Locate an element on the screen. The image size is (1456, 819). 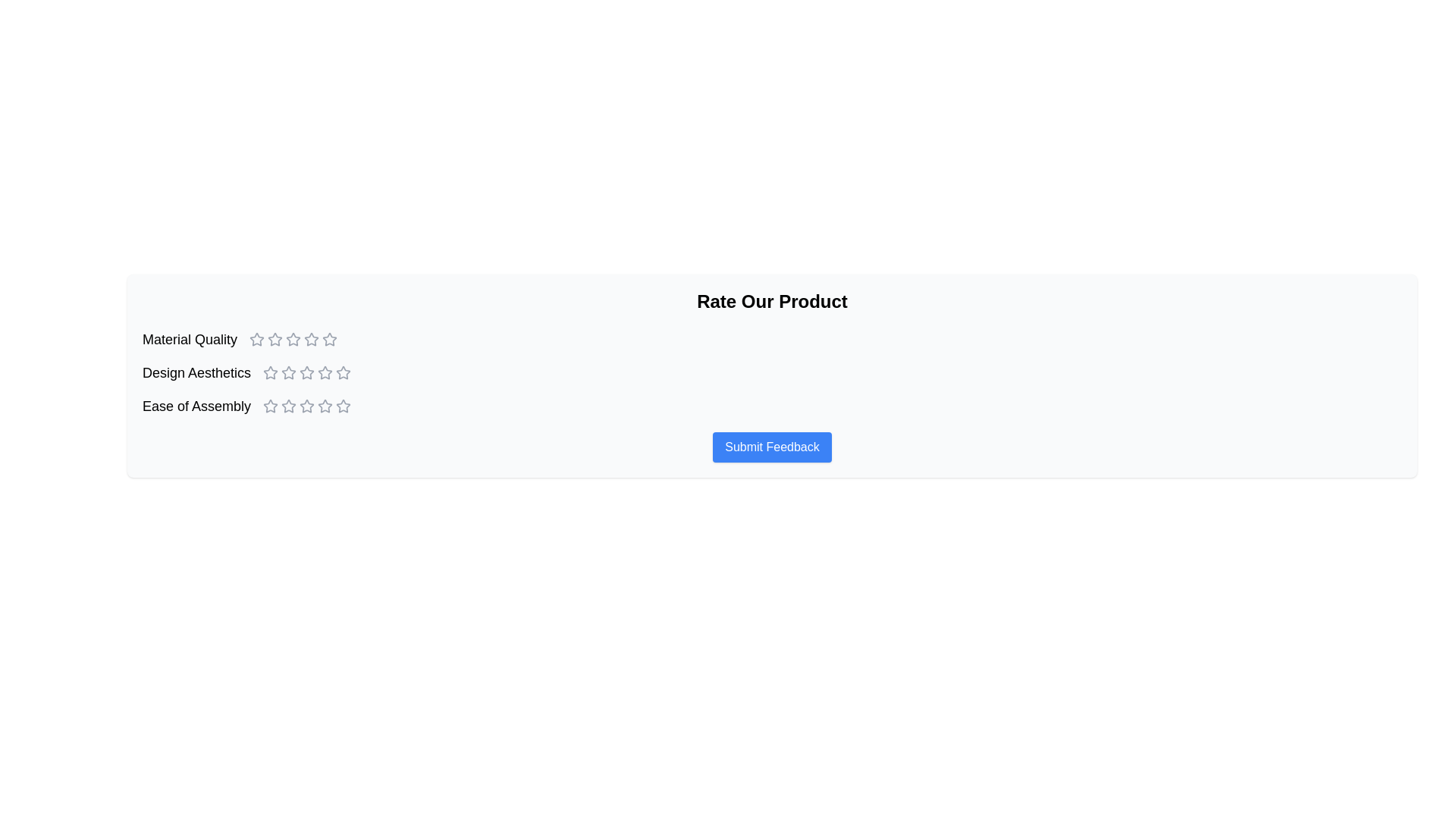
the third star icon in the 'Design Aesthetics' rating section to set the rating value to three stars is located at coordinates (325, 372).